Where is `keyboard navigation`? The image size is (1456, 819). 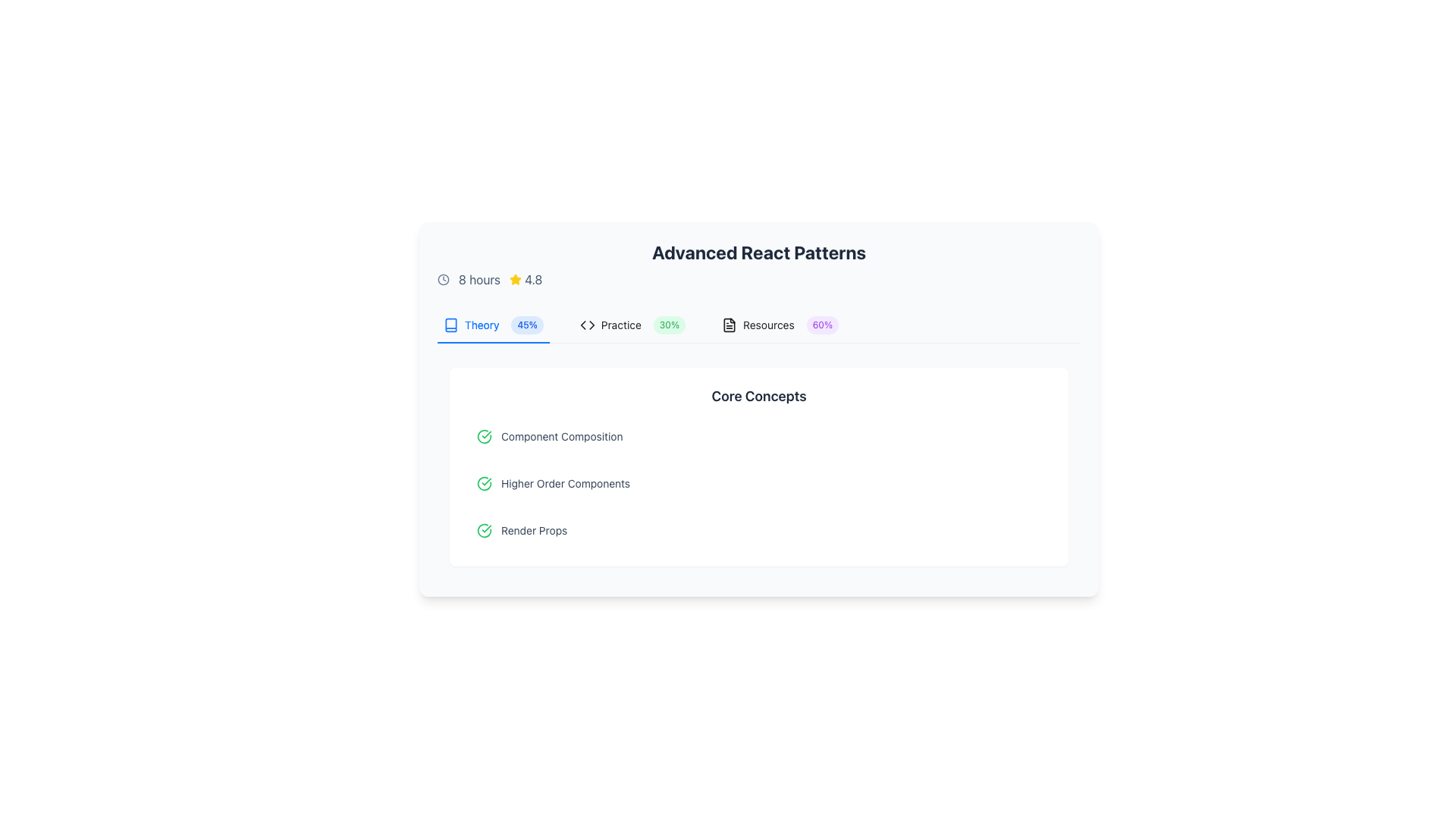 keyboard navigation is located at coordinates (493, 324).